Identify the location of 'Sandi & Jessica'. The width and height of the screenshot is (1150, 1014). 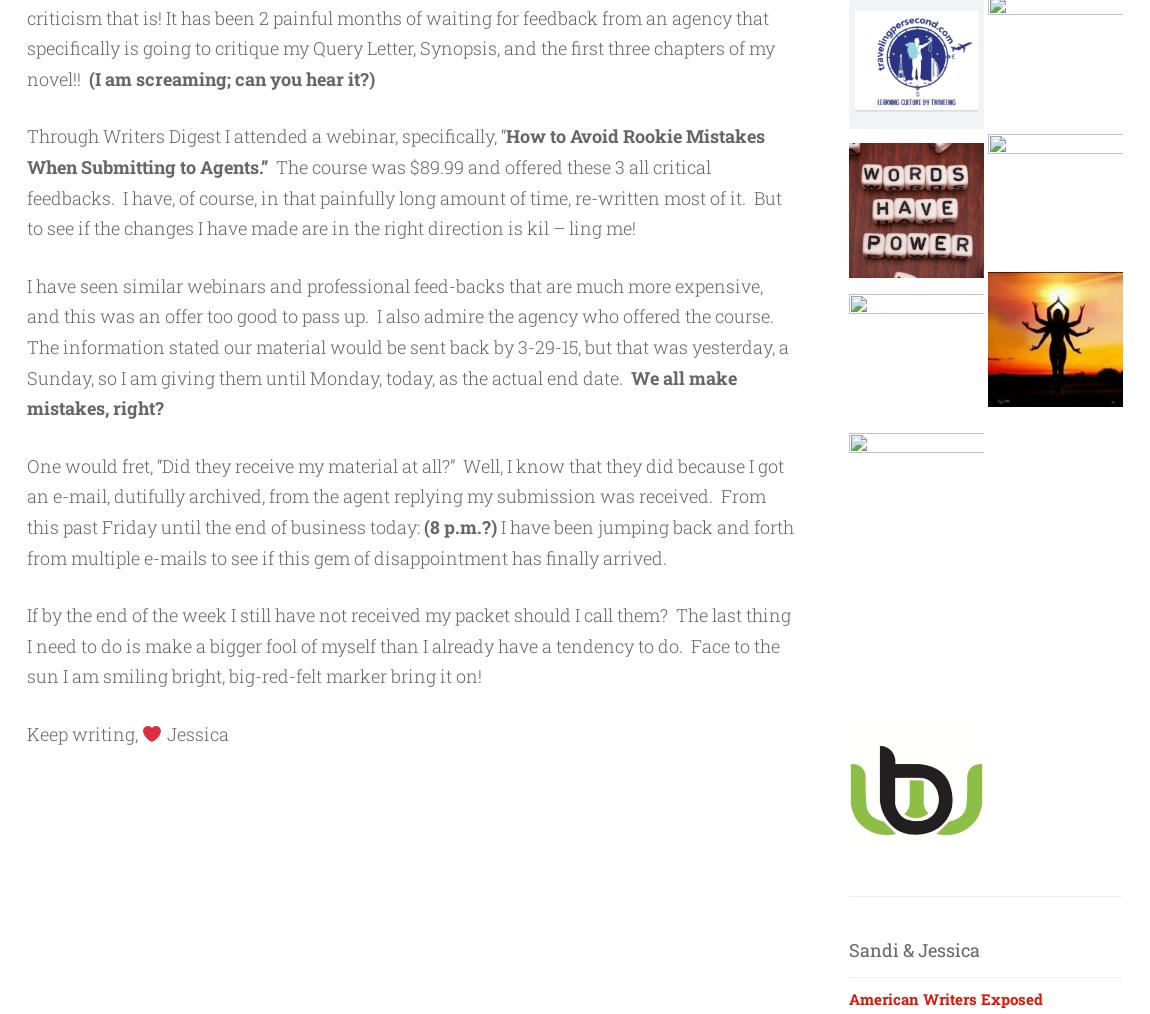
(914, 950).